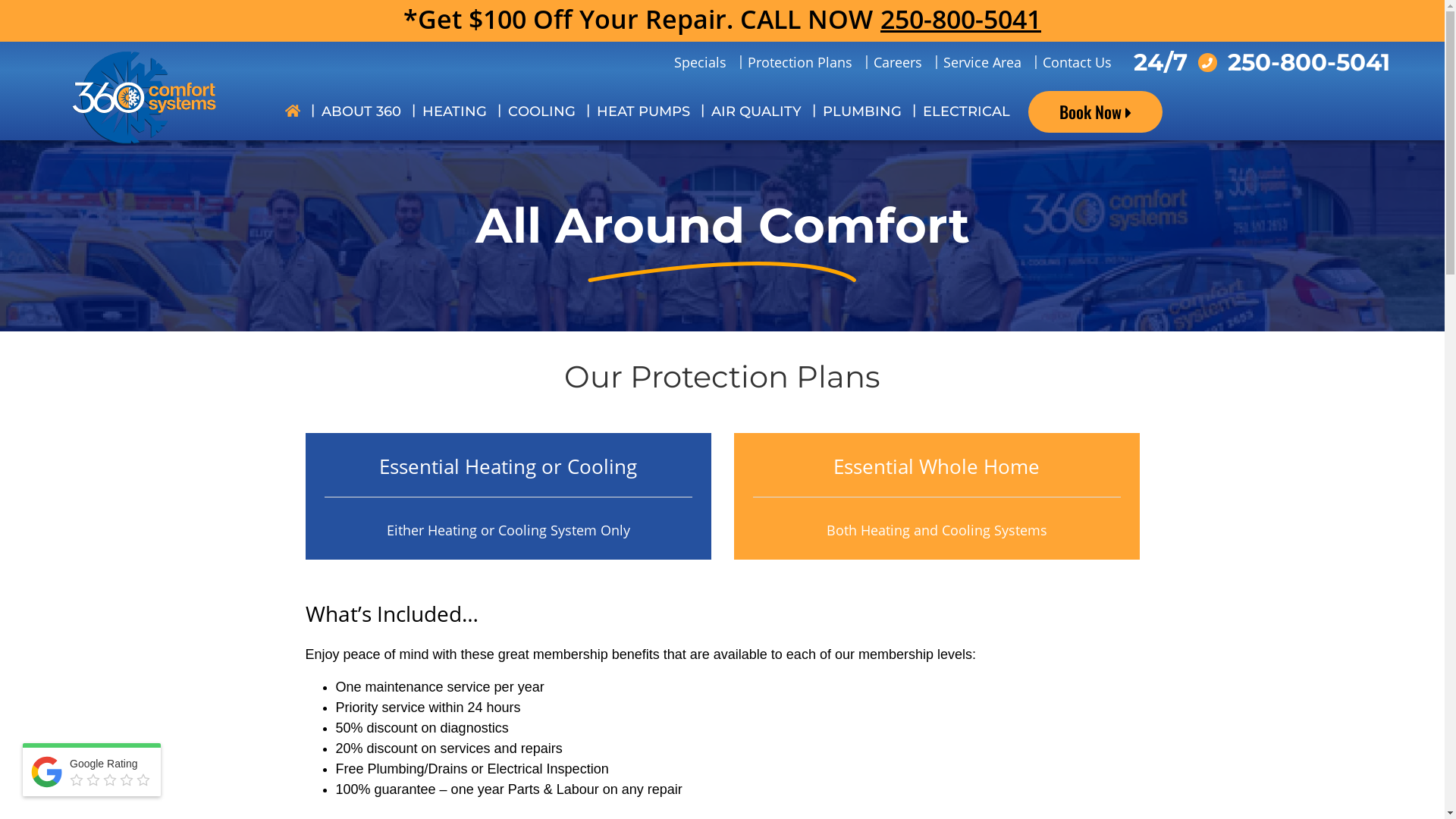 The image size is (1456, 819). Describe the element at coordinates (880, 19) in the screenshot. I see `'250-800-5041'` at that location.